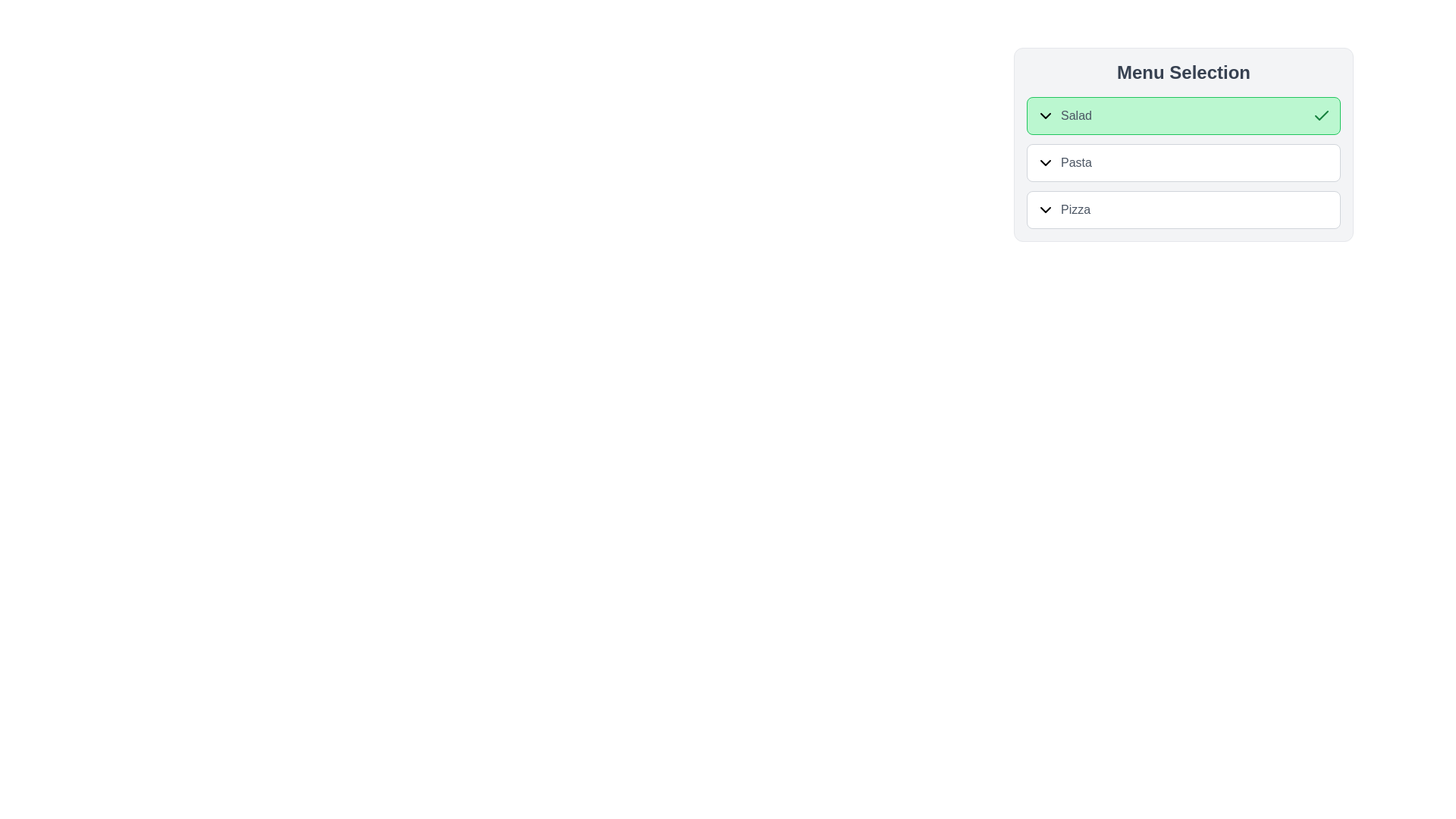 The height and width of the screenshot is (819, 1456). Describe the element at coordinates (1063, 115) in the screenshot. I see `the 'Salad' text label to interact with the associated menu in the green highlighted section of the 'Menu Selection' list` at that location.